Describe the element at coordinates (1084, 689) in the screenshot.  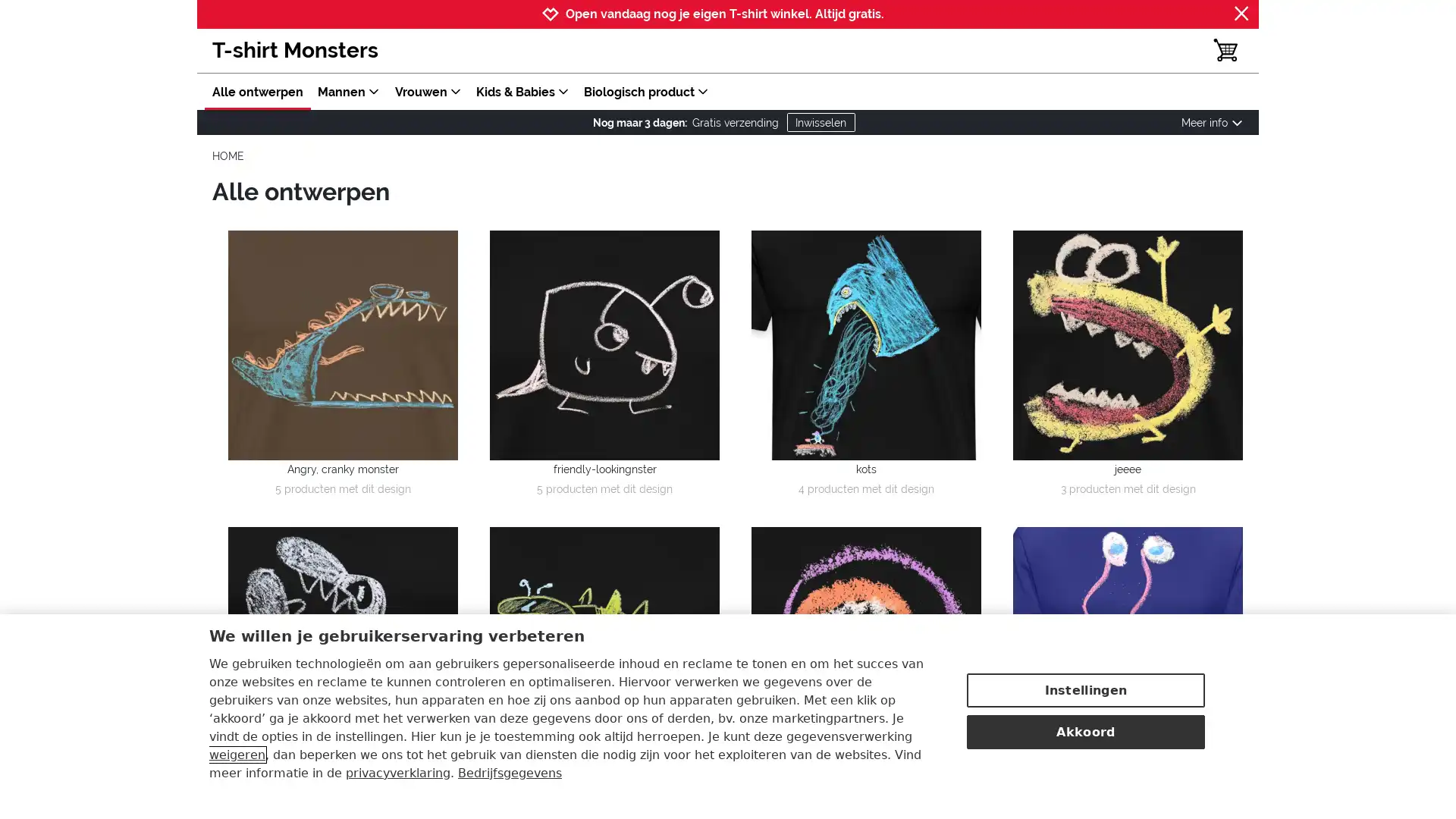
I see `Instellingen` at that location.